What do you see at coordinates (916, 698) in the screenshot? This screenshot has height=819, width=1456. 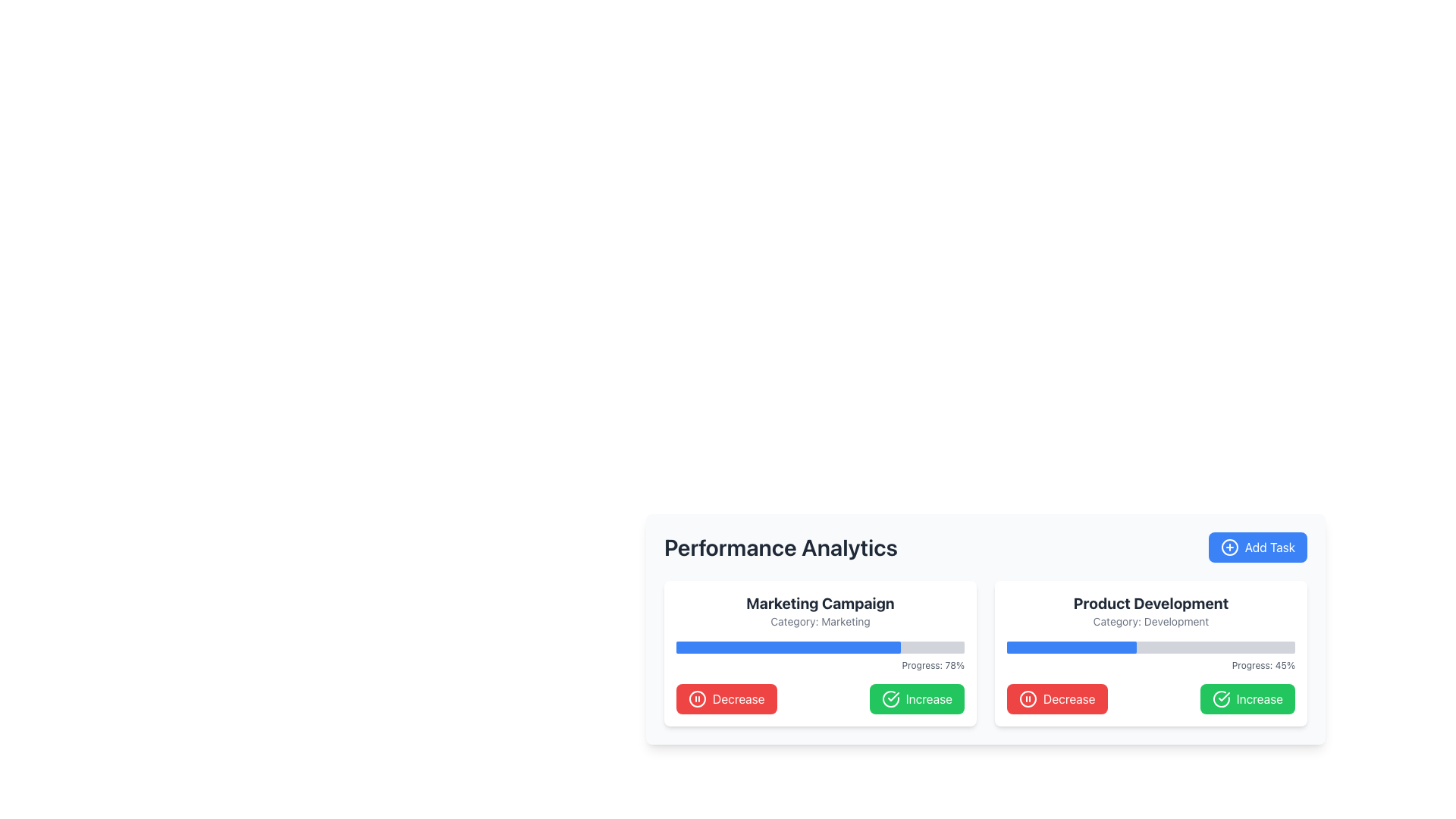 I see `the 'Increase' button, which has a green background, rounded corners, and contains a white checkmark icon and the text 'Increase' in white` at bounding box center [916, 698].